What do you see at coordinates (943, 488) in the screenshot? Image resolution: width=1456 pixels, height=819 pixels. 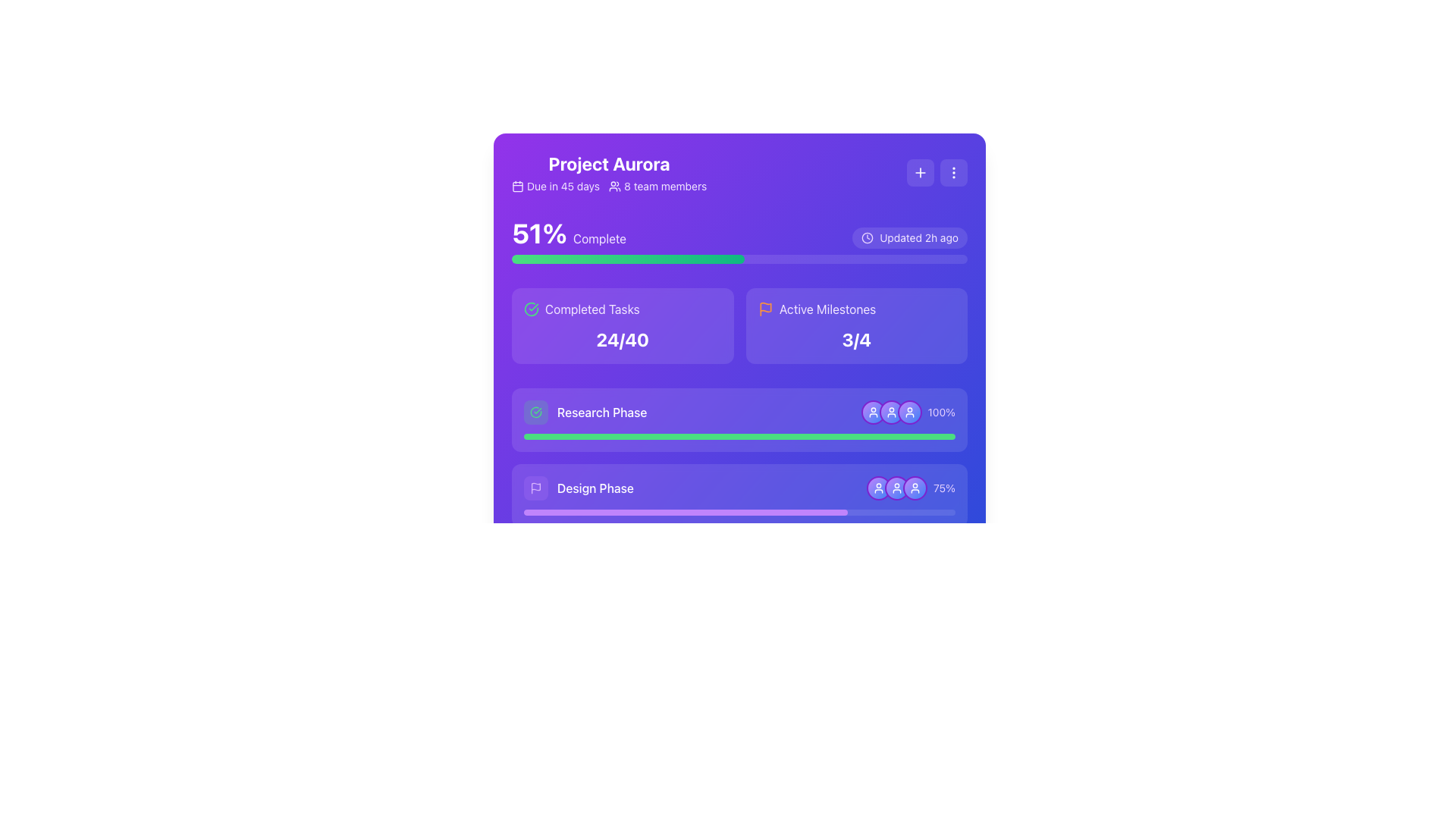 I see `the Text Label that displays the completion percentage of the specific phase in the 'Design Phase' section, located on the right-hand side of the horizontal arrangement of elements` at bounding box center [943, 488].